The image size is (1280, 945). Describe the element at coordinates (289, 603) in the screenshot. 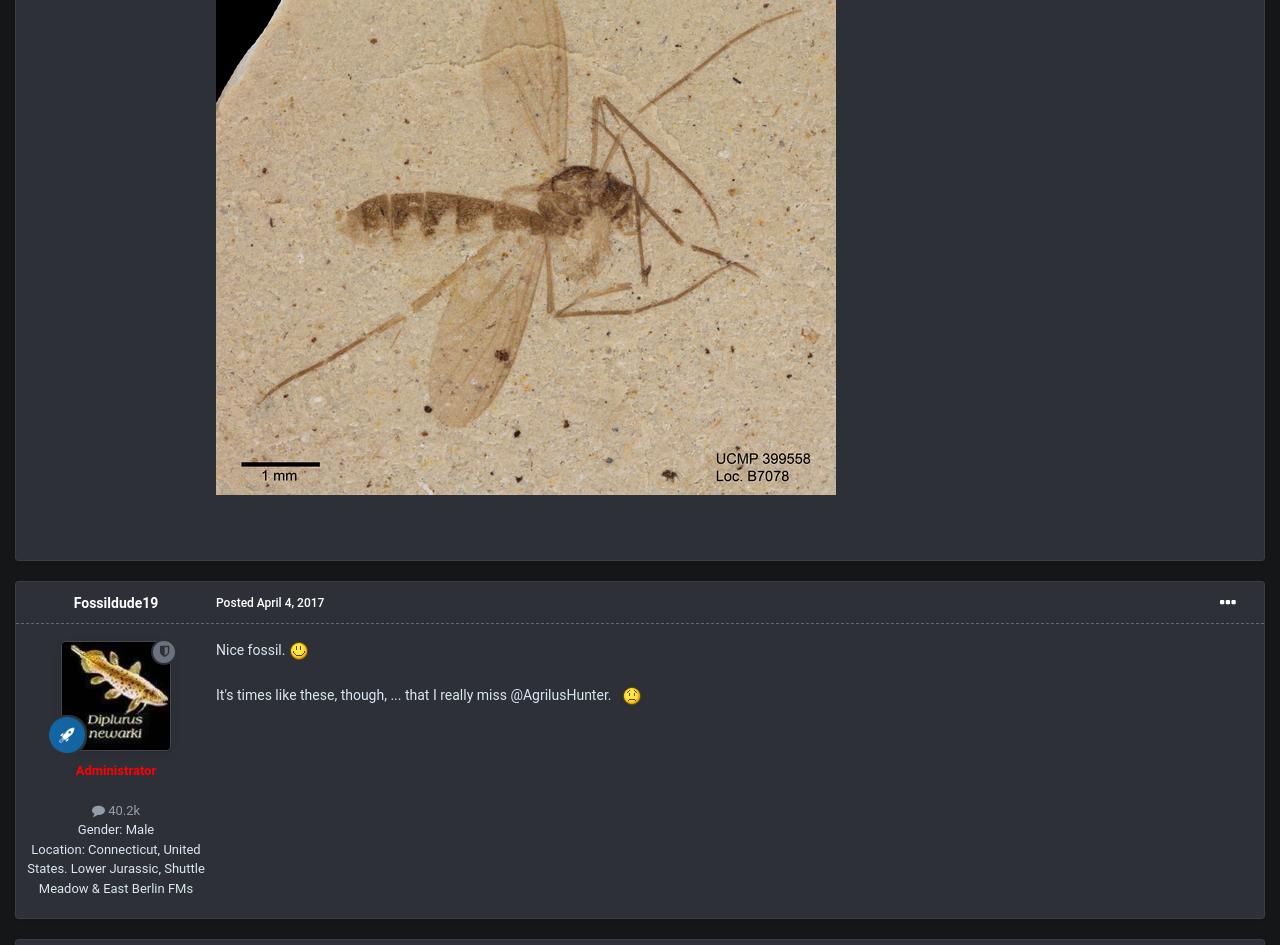

I see `'April 4, 2017'` at that location.